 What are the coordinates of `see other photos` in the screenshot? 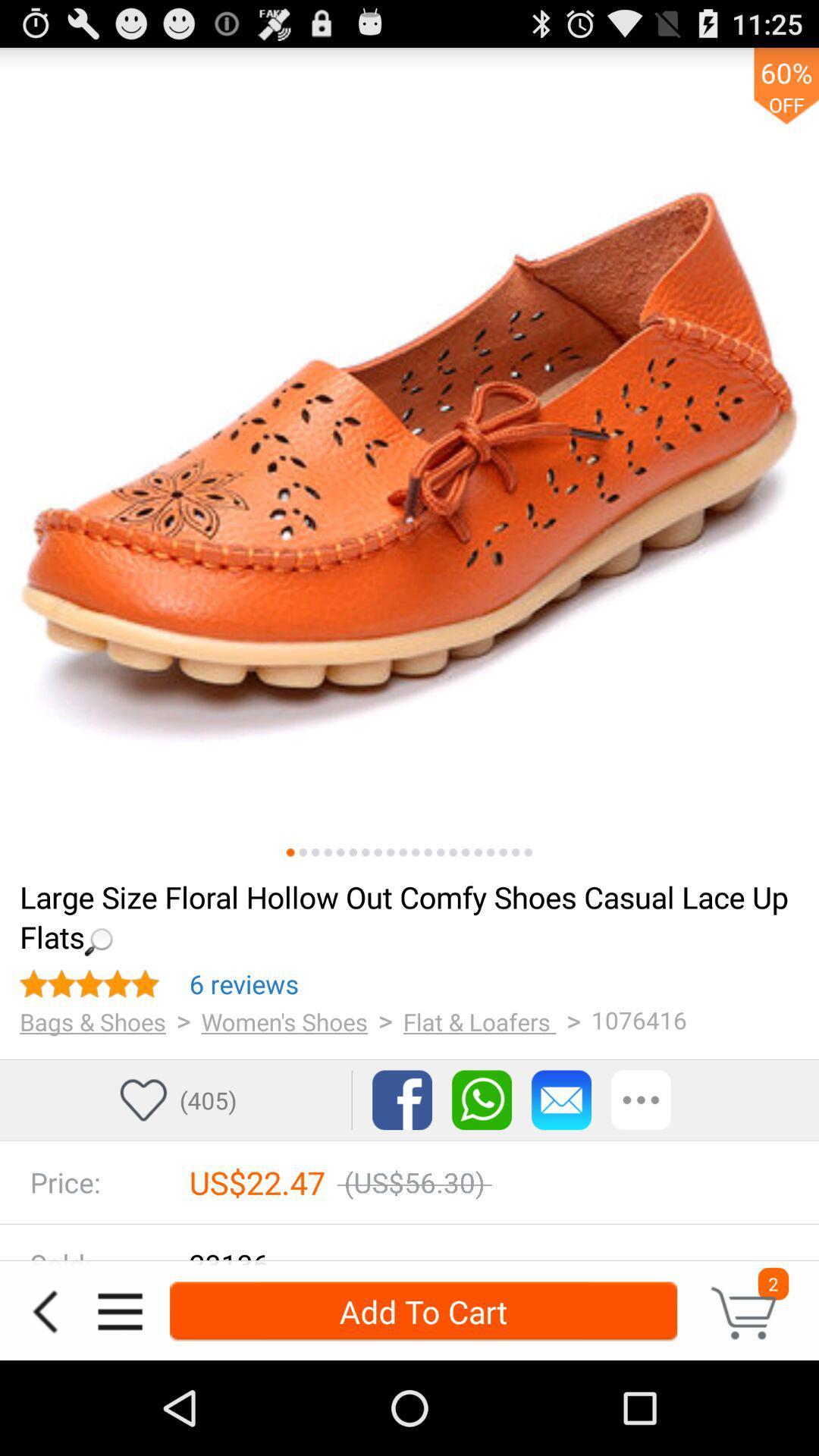 It's located at (527, 852).